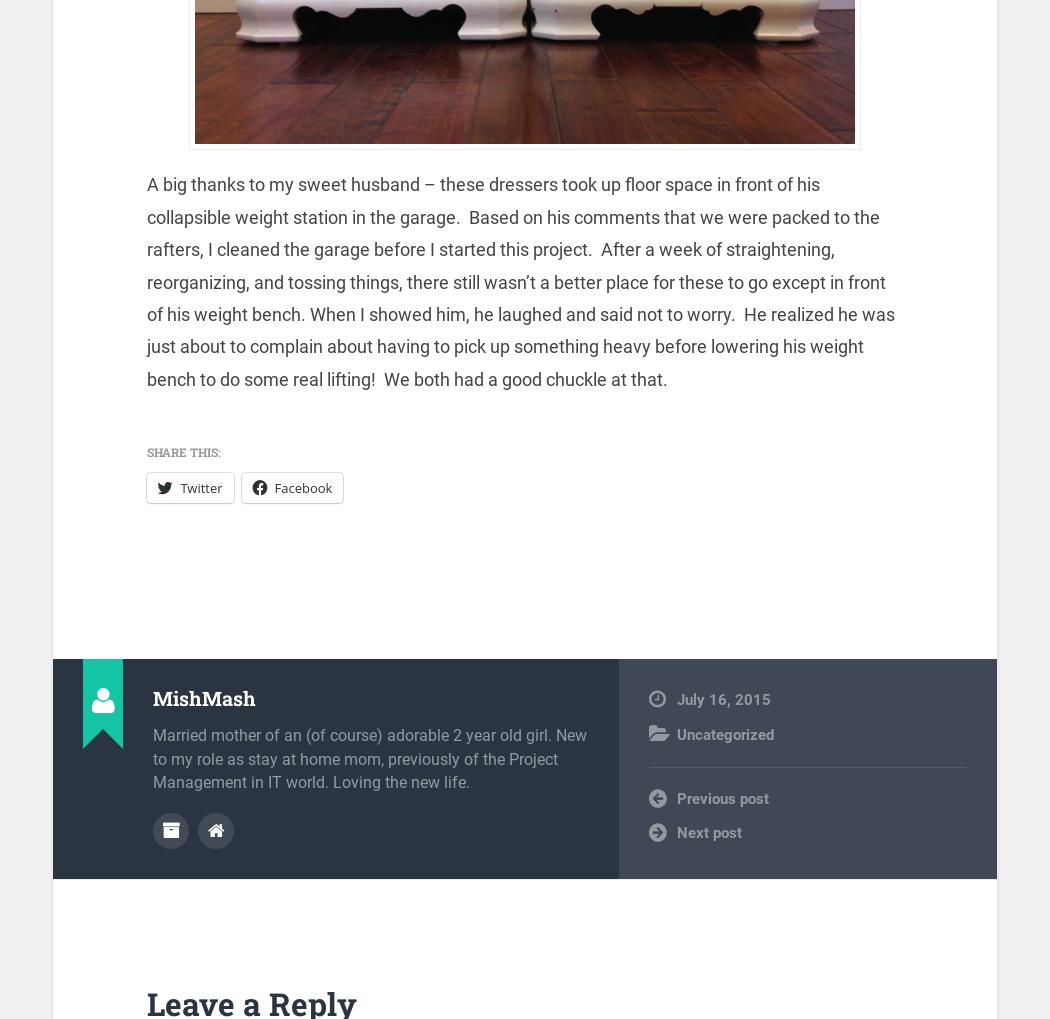 The height and width of the screenshot is (1019, 1050). What do you see at coordinates (199, 485) in the screenshot?
I see `'Twitter'` at bounding box center [199, 485].